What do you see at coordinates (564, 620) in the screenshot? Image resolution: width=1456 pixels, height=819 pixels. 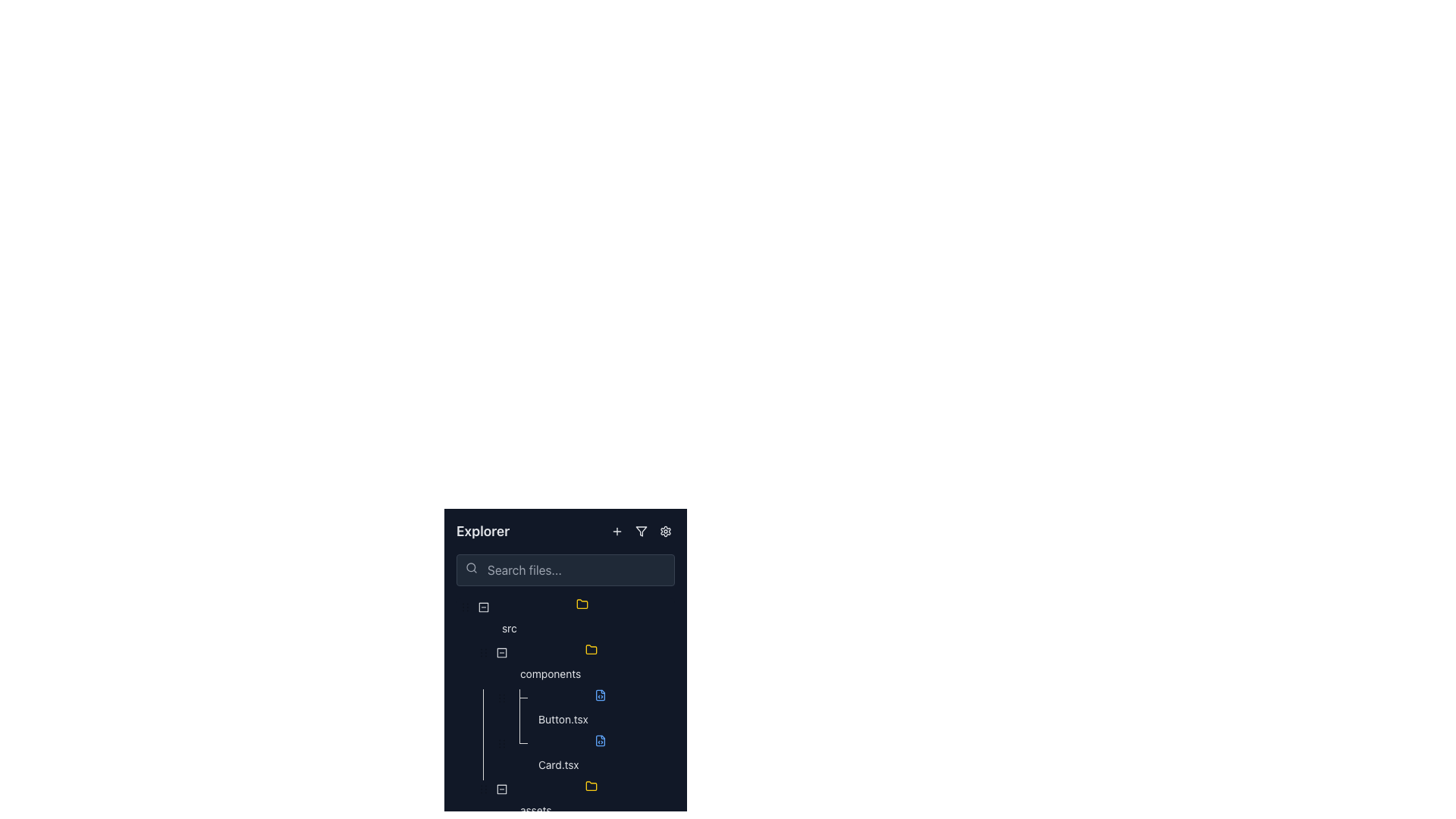 I see `the Treeview item labeled 'src'` at bounding box center [564, 620].